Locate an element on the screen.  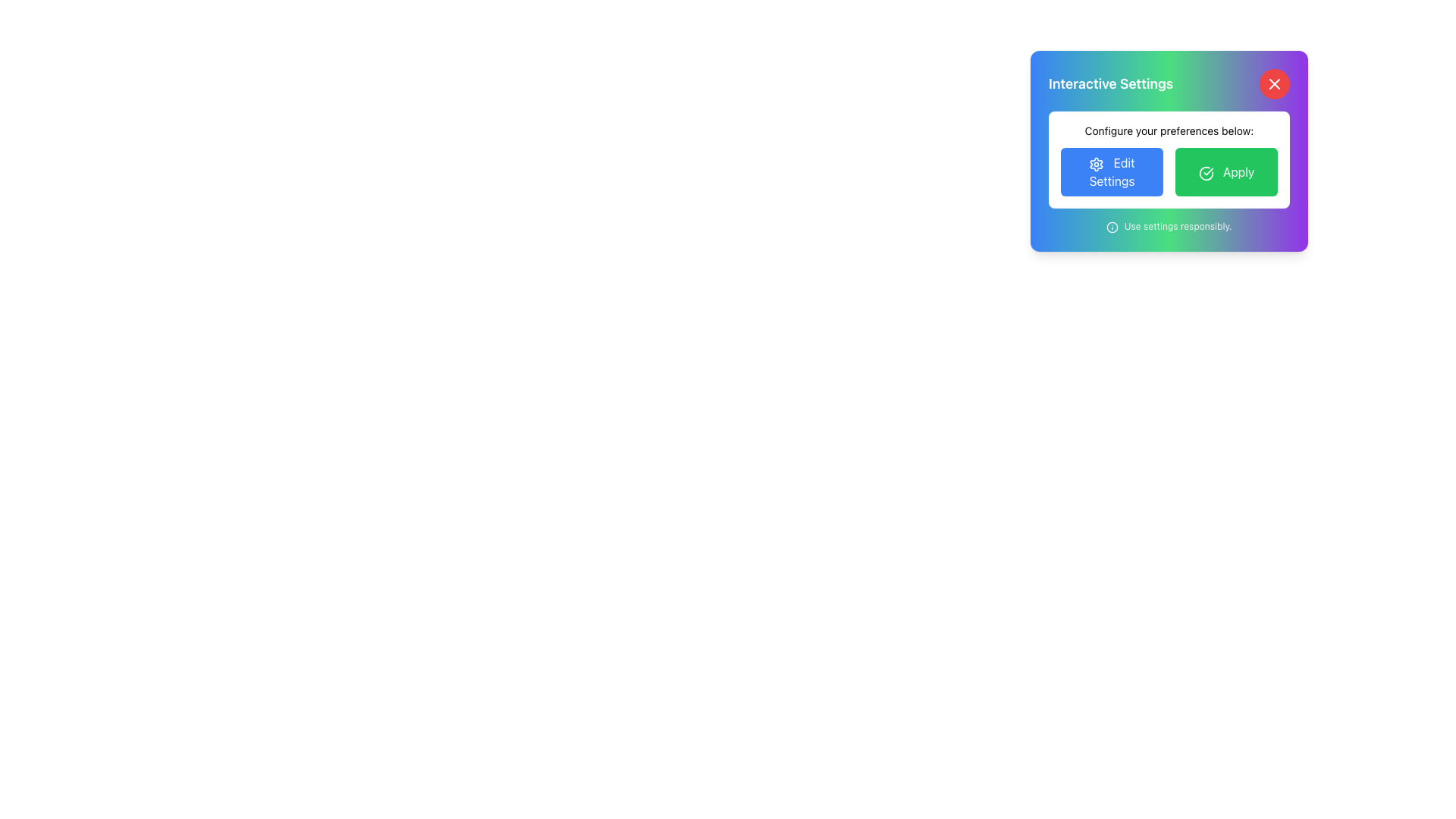
the compact circular informational icon featuring an outlined border and centered 'i' glyph, located to the left of the 'Use settings responsibly.' text in the footer of the modal interface is located at coordinates (1112, 227).